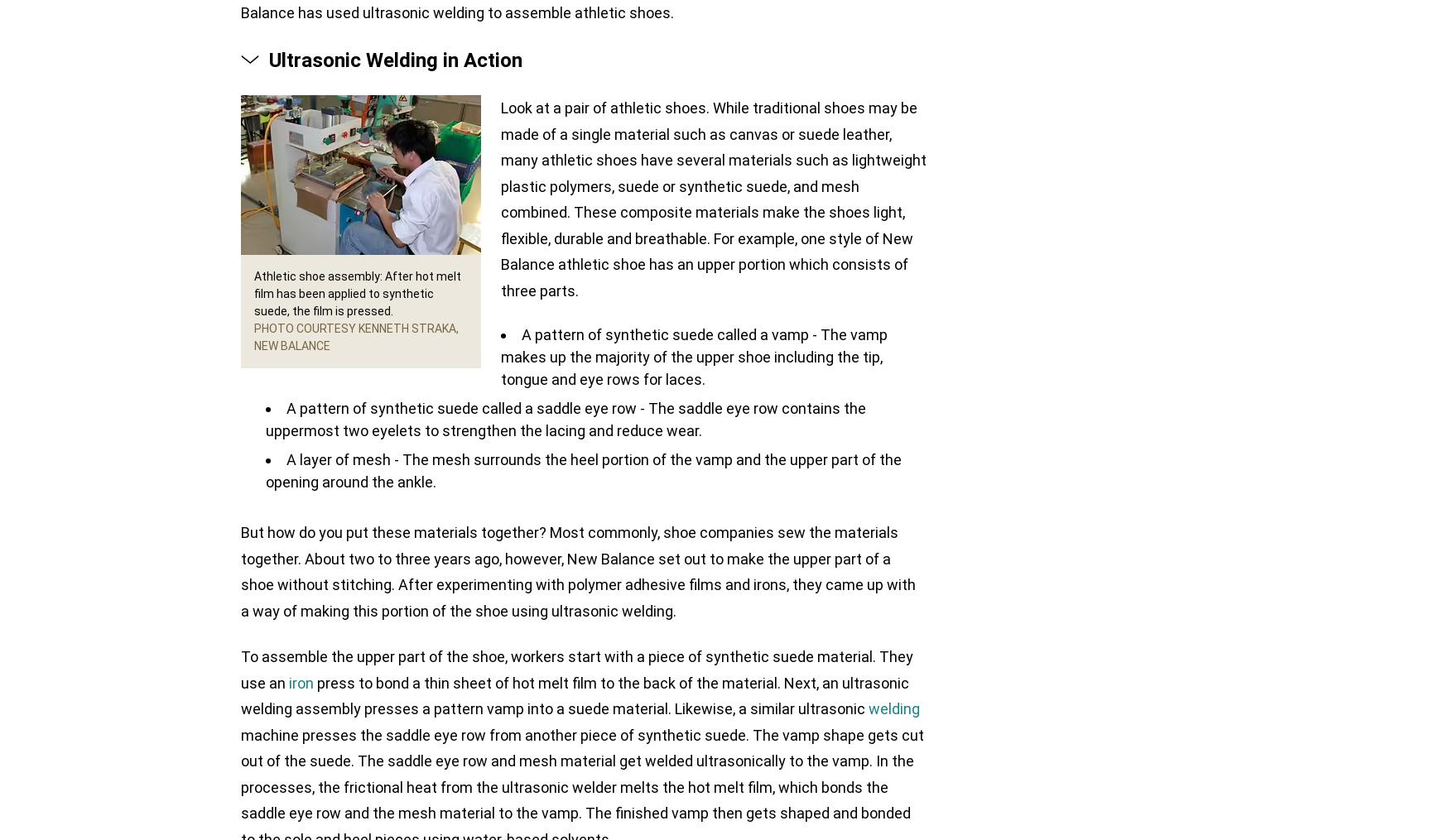  Describe the element at coordinates (355, 337) in the screenshot. I see `'Photo courtesy Kenneth Straka, New Balance'` at that location.